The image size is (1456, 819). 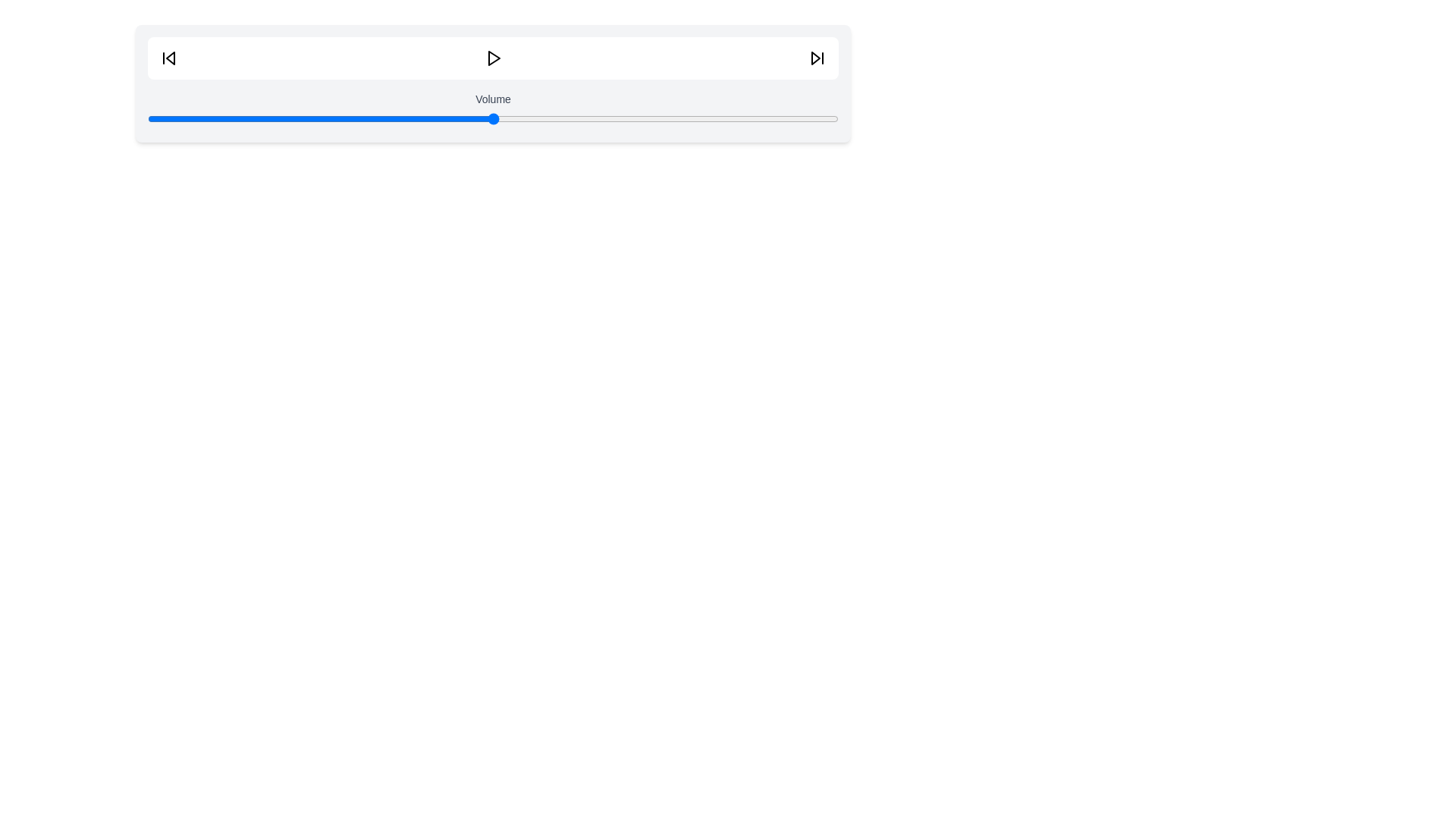 I want to click on the playback control bar located near the top section of the application interface, so click(x=493, y=58).